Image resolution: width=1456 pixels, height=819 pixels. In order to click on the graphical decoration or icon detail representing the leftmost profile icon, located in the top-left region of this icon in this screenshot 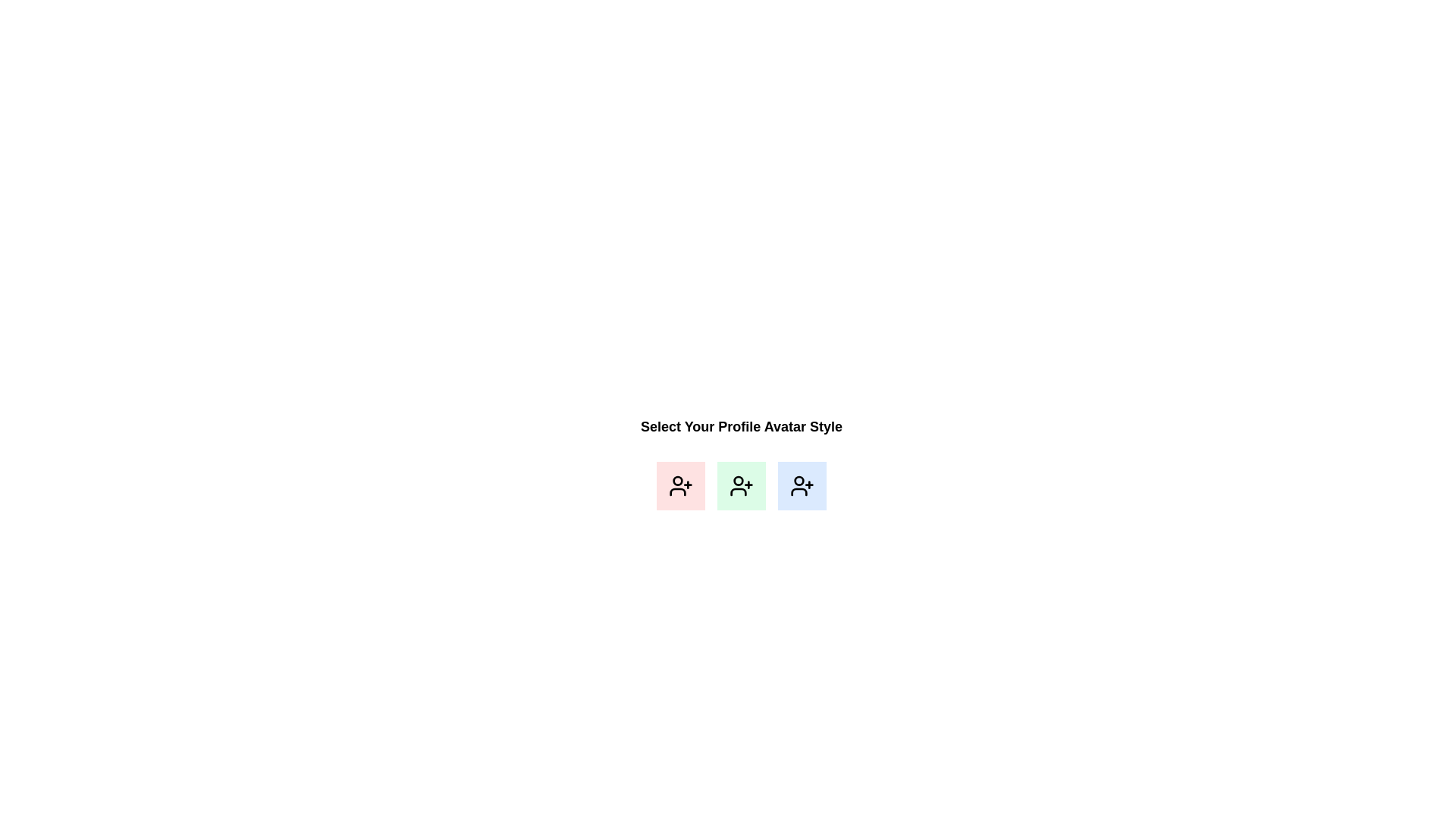, I will do `click(676, 480)`.